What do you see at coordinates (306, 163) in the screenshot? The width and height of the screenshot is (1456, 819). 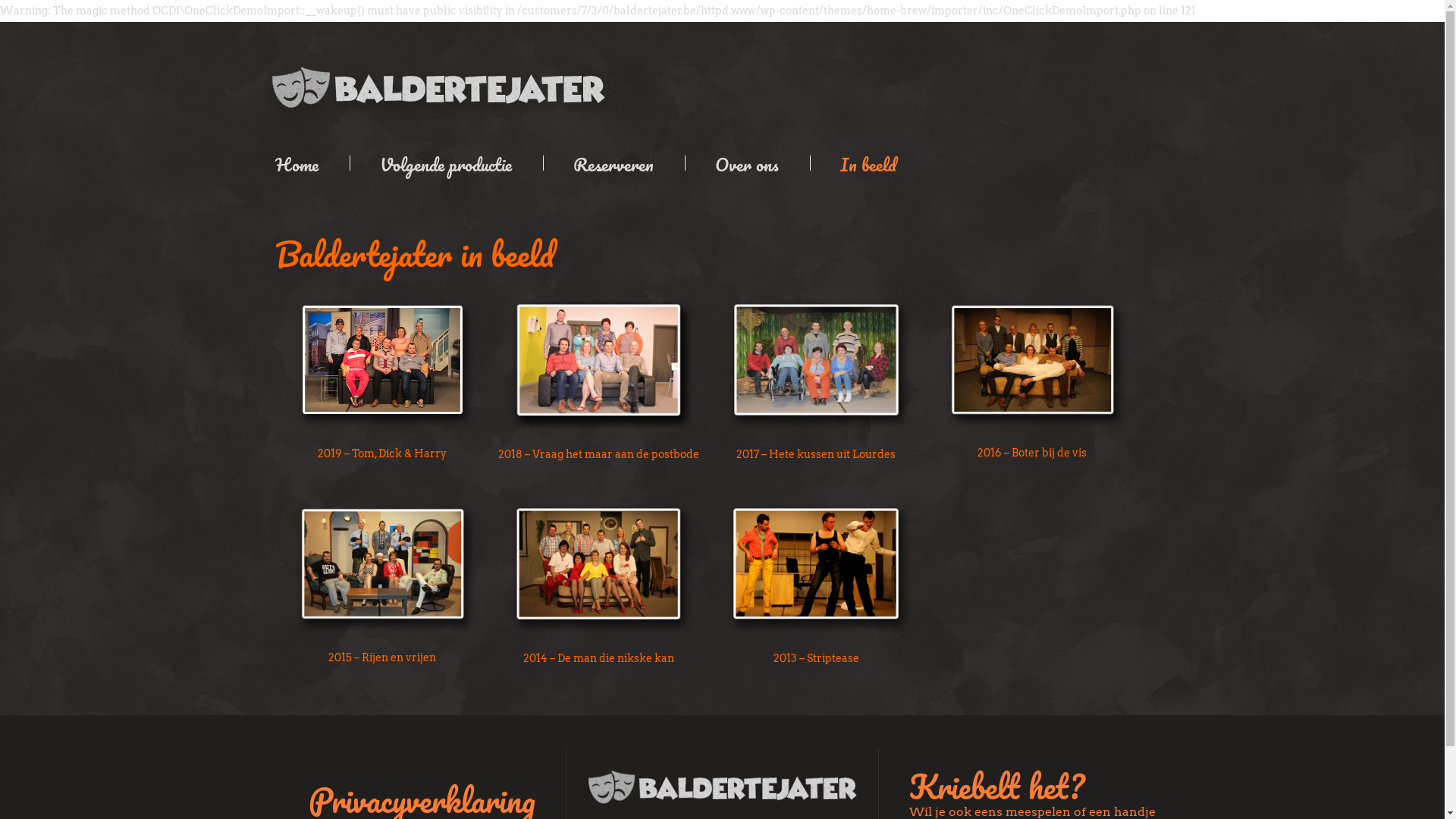 I see `'Home'` at bounding box center [306, 163].